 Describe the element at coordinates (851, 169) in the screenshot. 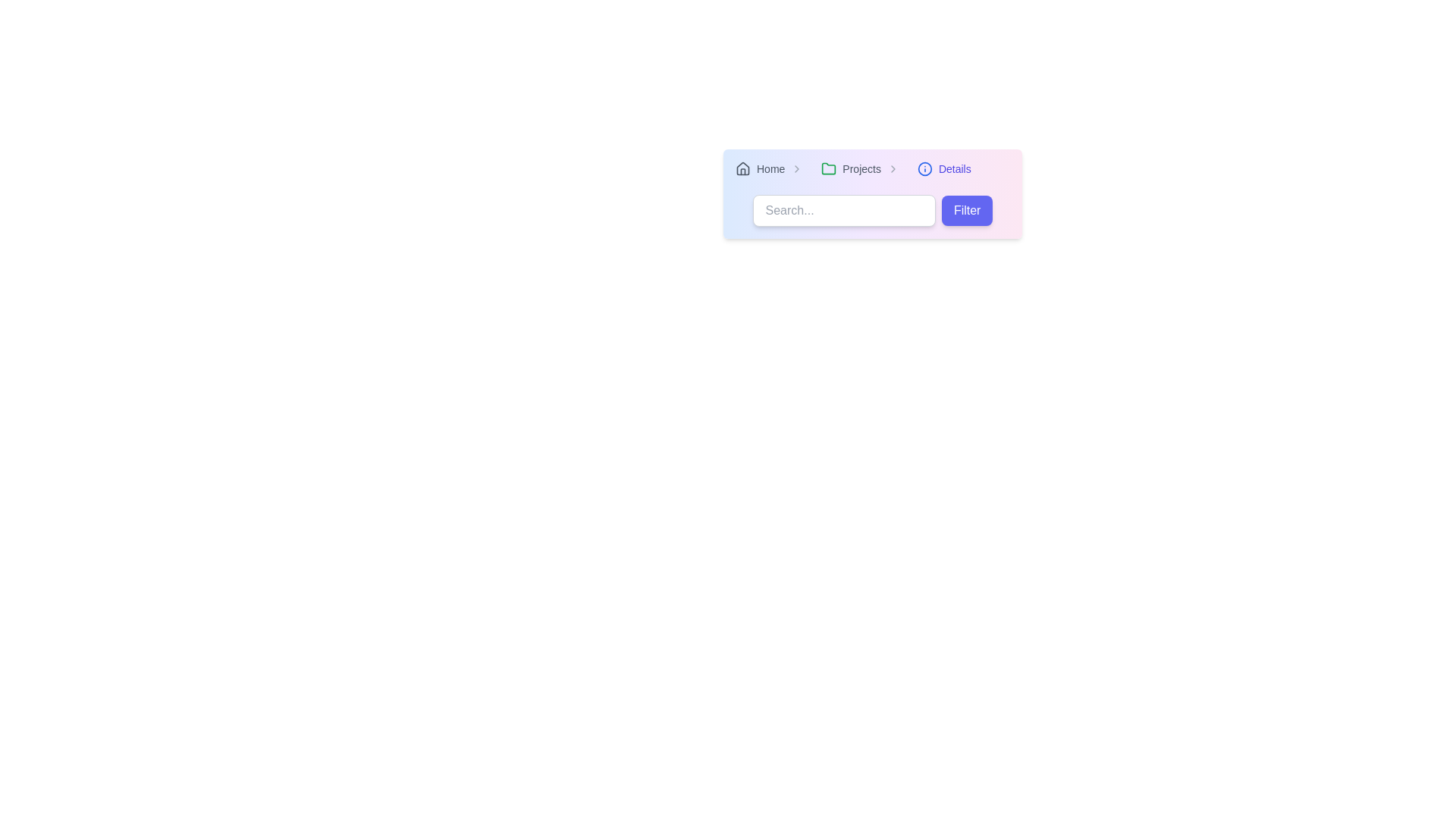

I see `the 'Projects' breadcrumb hyperlink in the breadcrumb navigation bar, which is labeled 'Projects' and has a green folder icon to its left` at that location.